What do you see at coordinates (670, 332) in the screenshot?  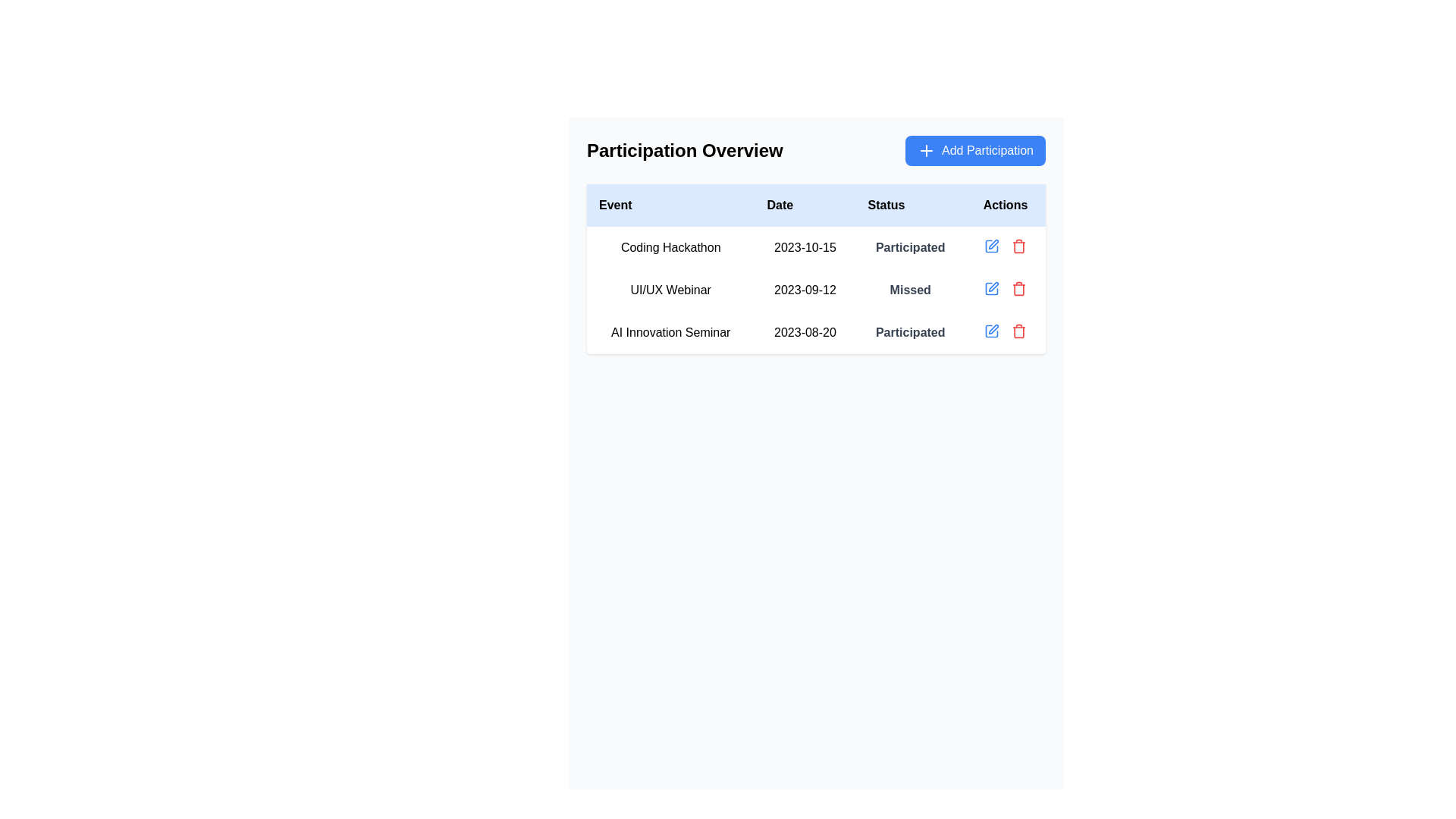 I see `the text label that displays 'AI Innovation Seminar', which is located in the second row of the table under the column labeled 'Event'` at bounding box center [670, 332].